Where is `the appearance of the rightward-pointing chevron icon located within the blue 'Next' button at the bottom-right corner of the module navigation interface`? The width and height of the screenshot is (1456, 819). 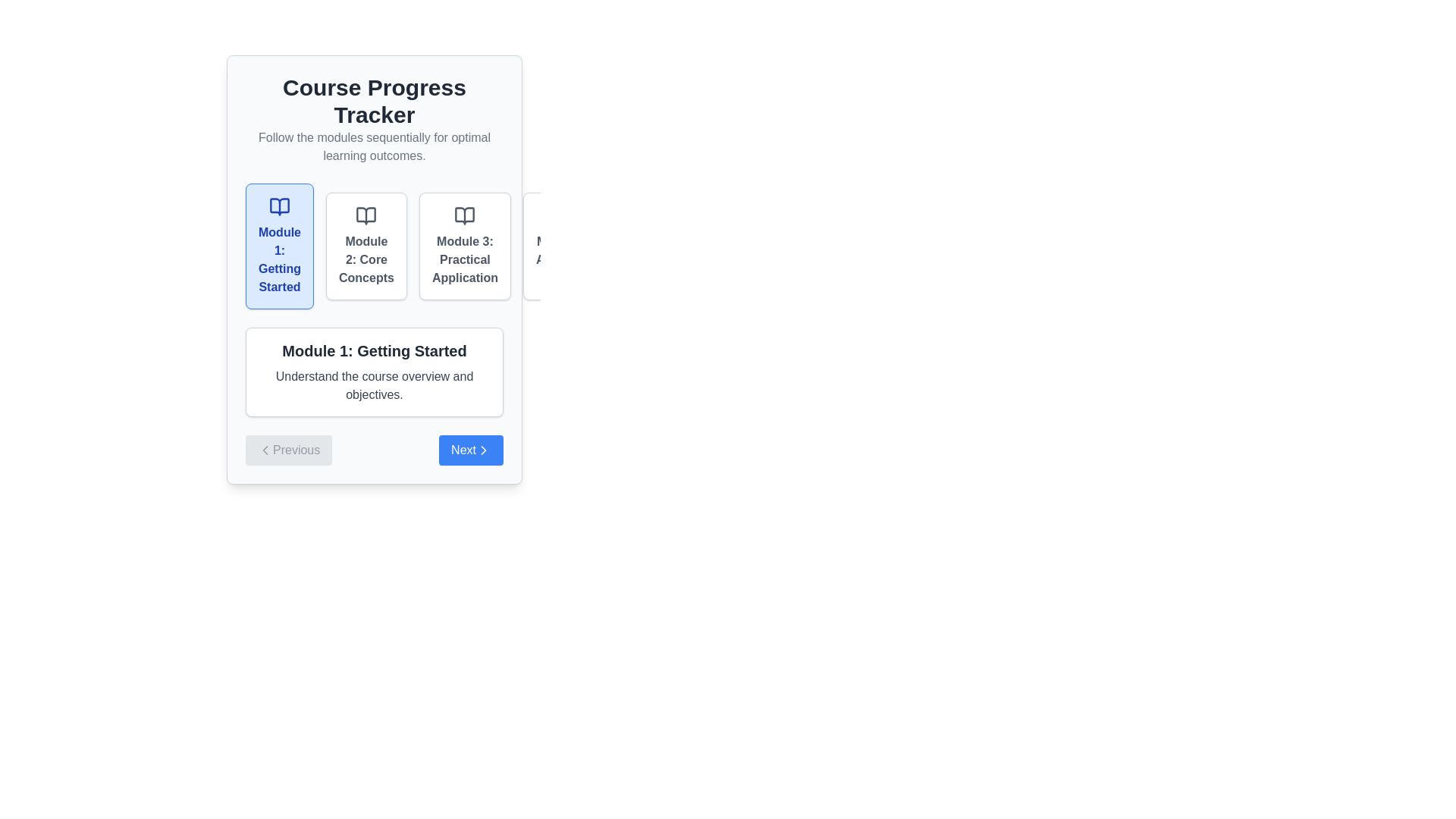 the appearance of the rightward-pointing chevron icon located within the blue 'Next' button at the bottom-right corner of the module navigation interface is located at coordinates (483, 450).